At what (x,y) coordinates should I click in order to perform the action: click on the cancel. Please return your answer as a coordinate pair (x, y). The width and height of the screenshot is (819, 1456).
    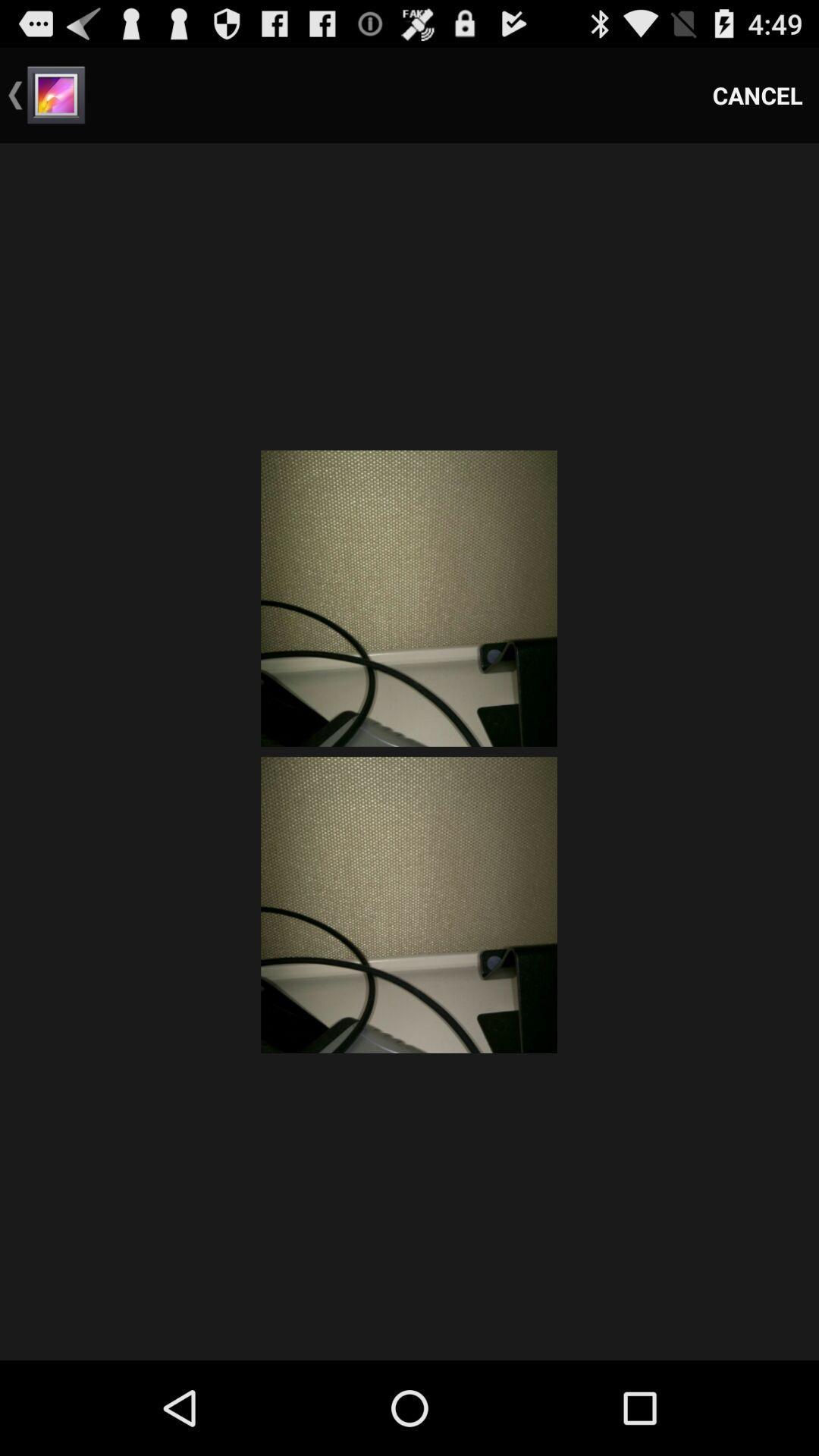
    Looking at the image, I should click on (758, 94).